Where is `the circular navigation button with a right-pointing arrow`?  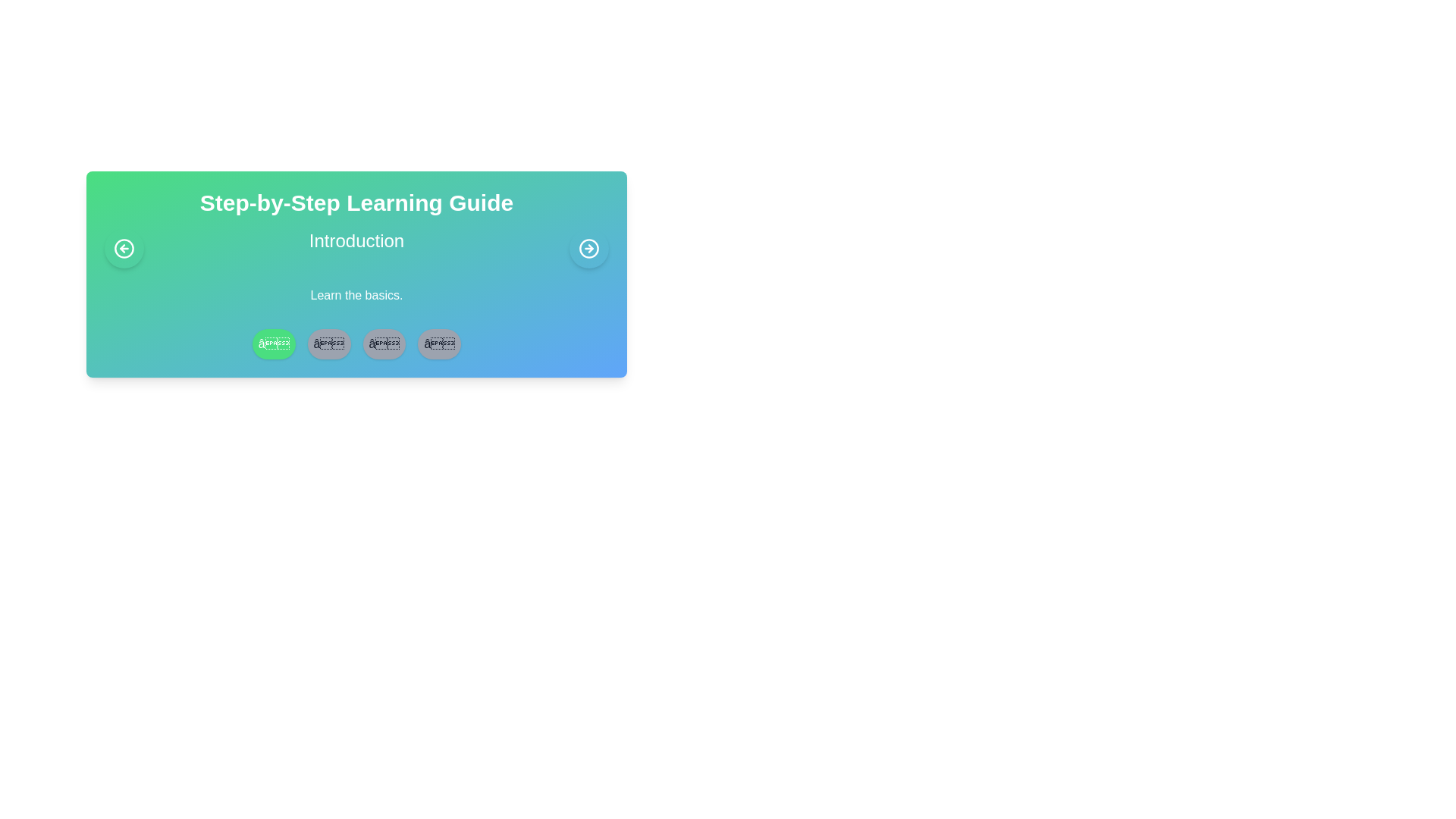
the circular navigation button with a right-pointing arrow is located at coordinates (588, 247).